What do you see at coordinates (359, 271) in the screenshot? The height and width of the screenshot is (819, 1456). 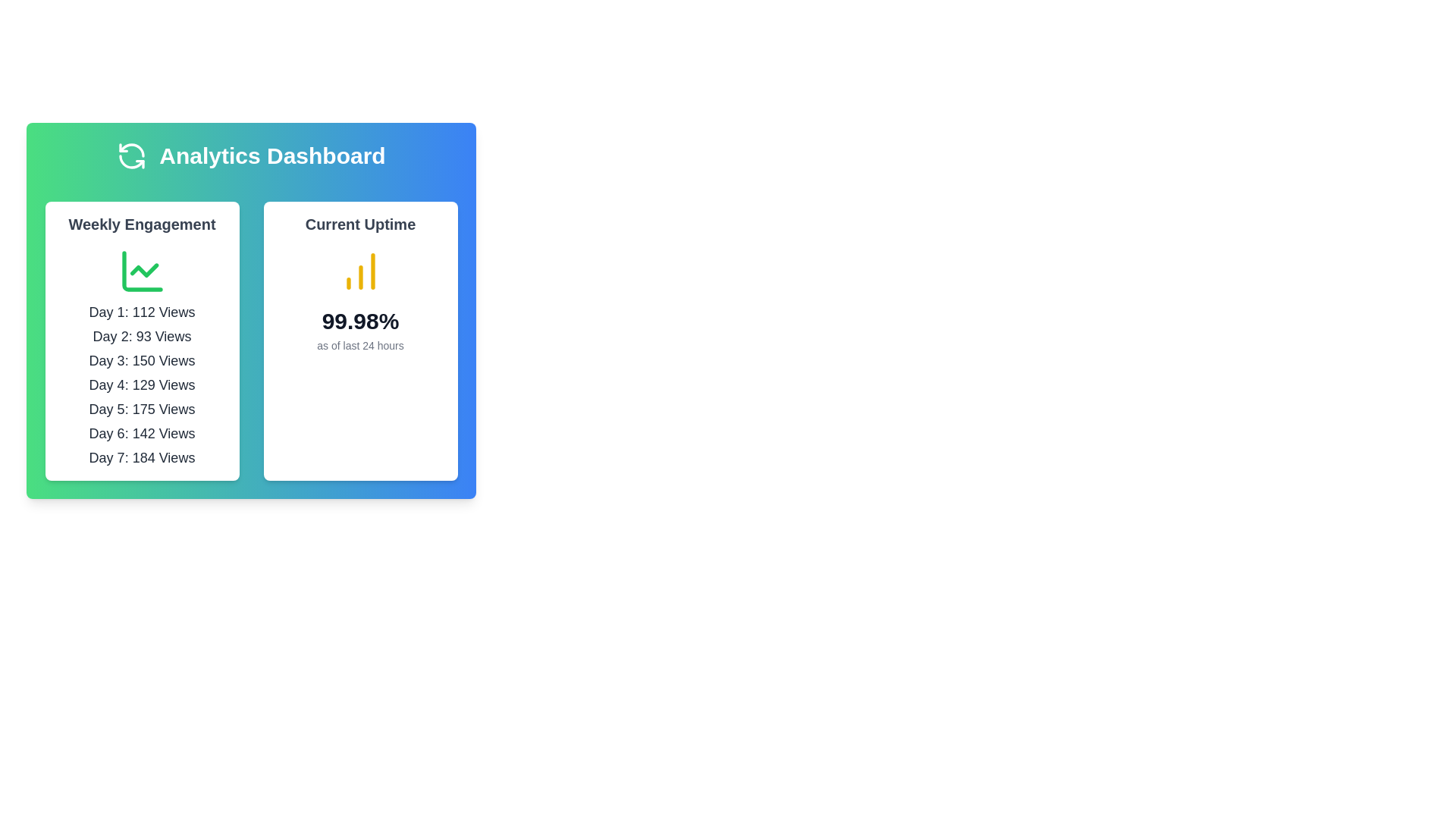 I see `the vertical bar chart icon, which consists of three ascending yellow bars indicating a growth trend, located centrally within the 'Current Uptime' card in the blue-themed analytics dashboard` at bounding box center [359, 271].